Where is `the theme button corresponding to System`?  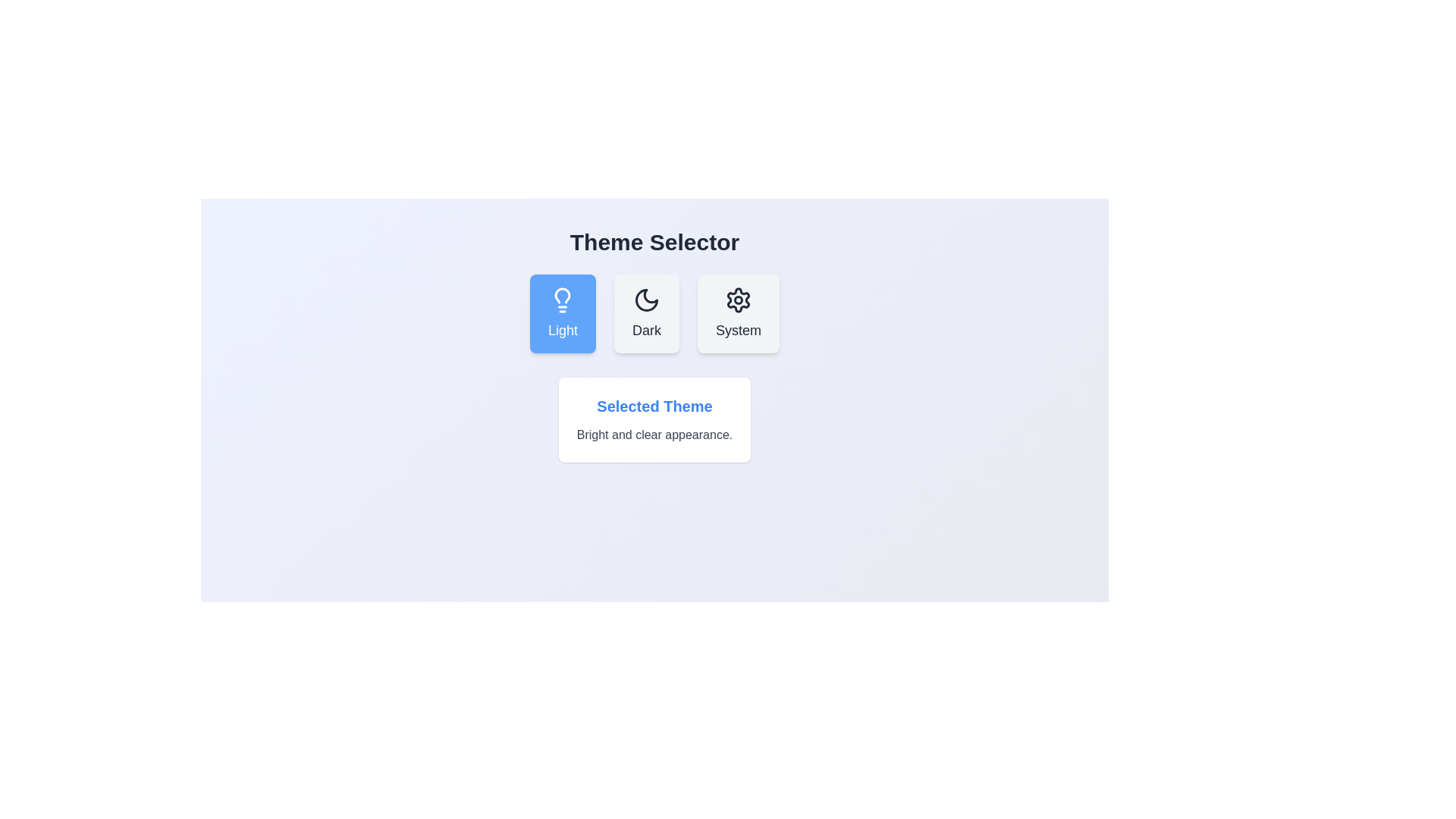 the theme button corresponding to System is located at coordinates (739, 312).